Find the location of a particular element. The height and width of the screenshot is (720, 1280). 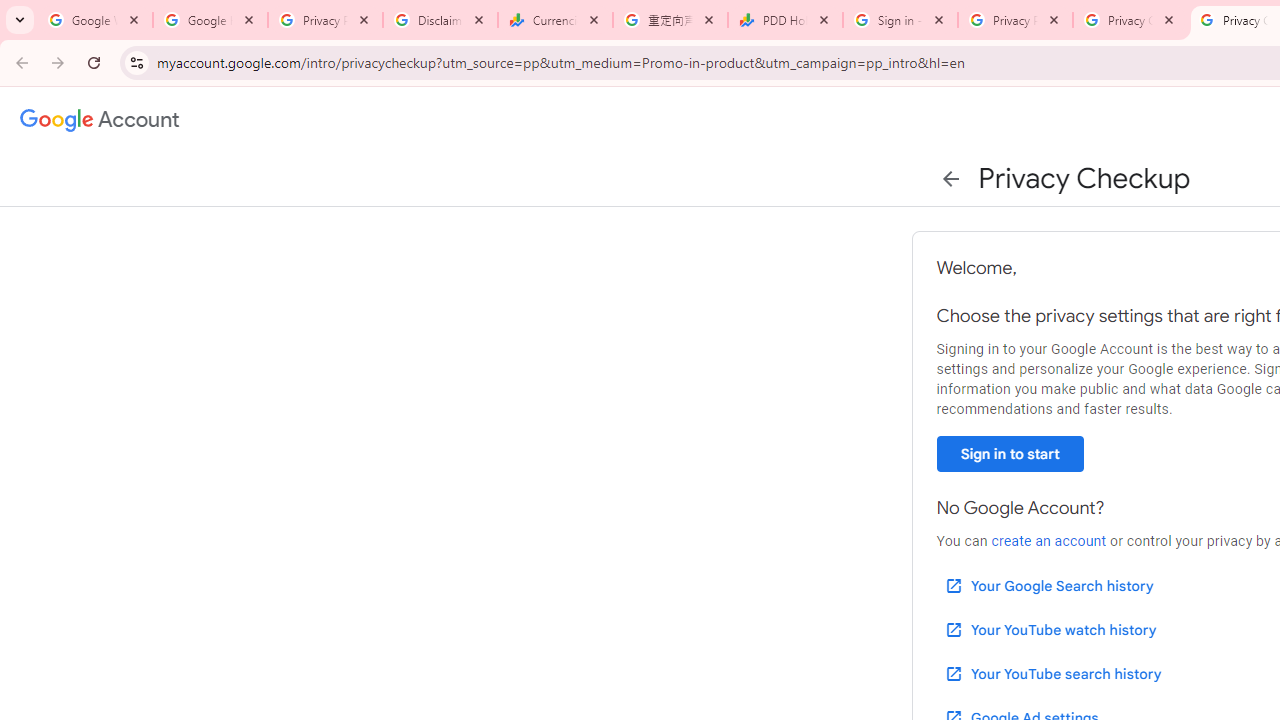

'Your Google Search history' is located at coordinates (1047, 585).